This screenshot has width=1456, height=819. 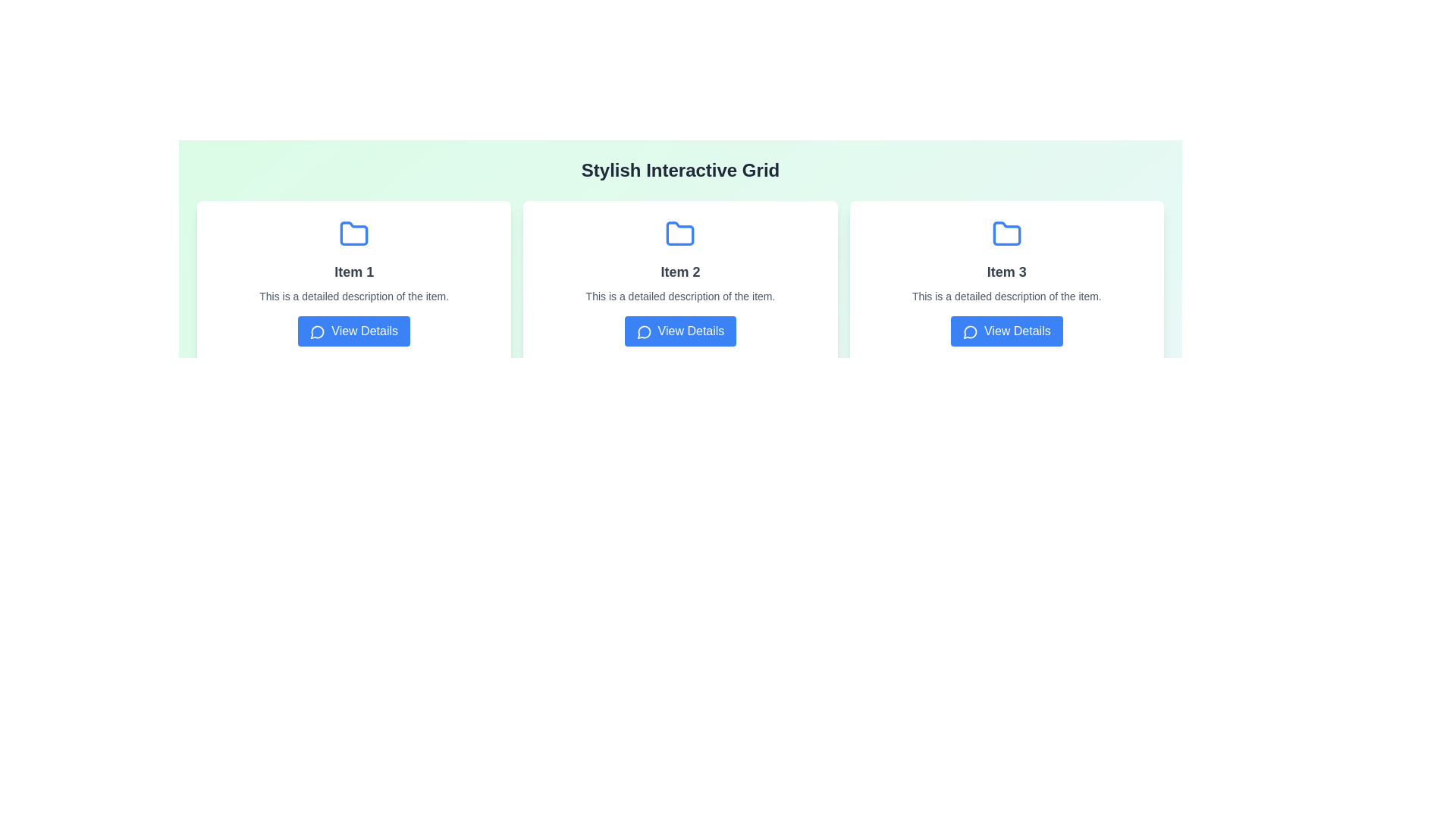 What do you see at coordinates (644, 331) in the screenshot?
I see `the chat bubble icon outlined in white against a blue background located within the 'View Details' button under the card for 'Item 2'` at bounding box center [644, 331].